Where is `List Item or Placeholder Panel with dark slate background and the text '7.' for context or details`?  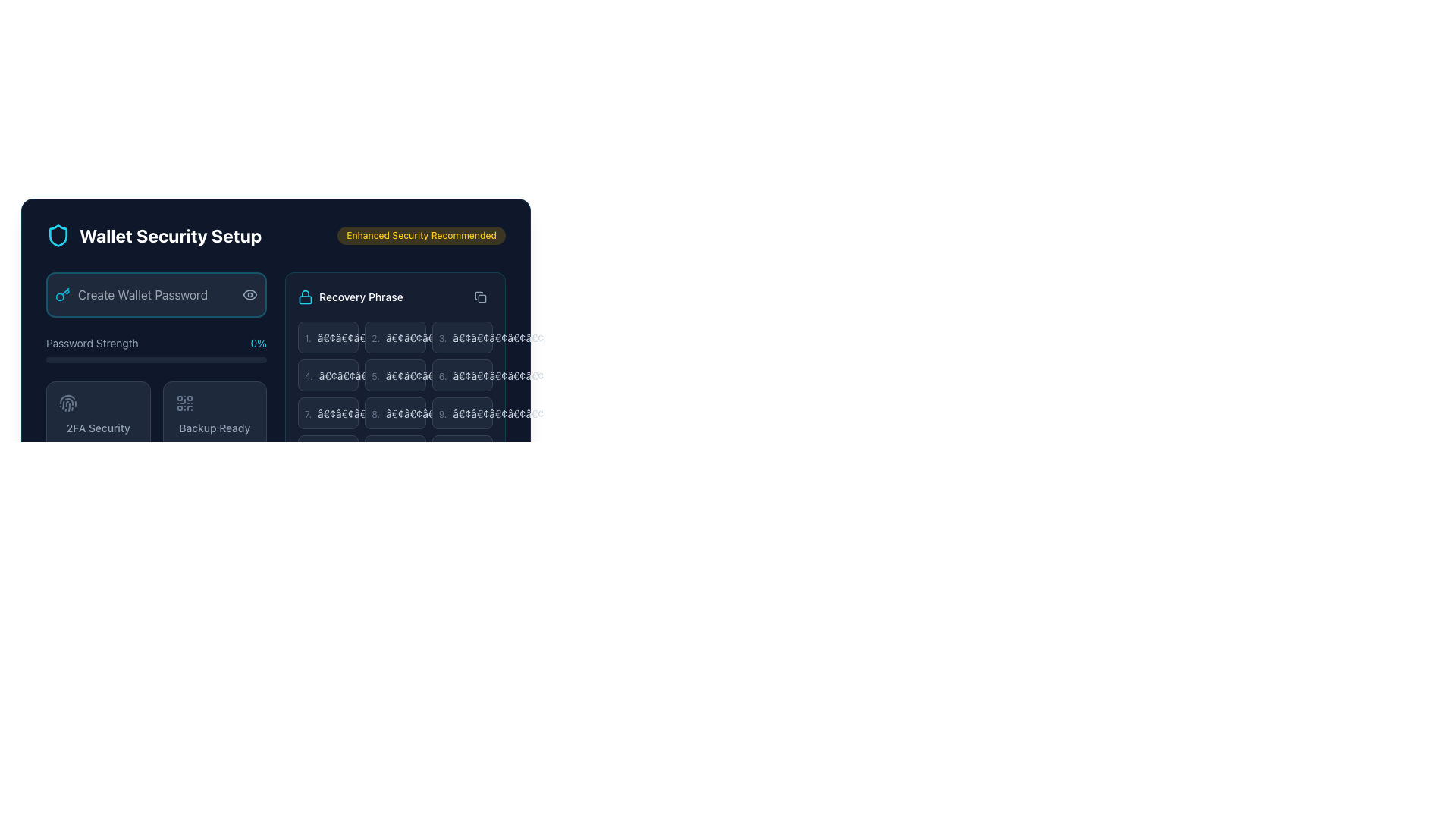 List Item or Placeholder Panel with dark slate background and the text '7.' for context or details is located at coordinates (328, 413).